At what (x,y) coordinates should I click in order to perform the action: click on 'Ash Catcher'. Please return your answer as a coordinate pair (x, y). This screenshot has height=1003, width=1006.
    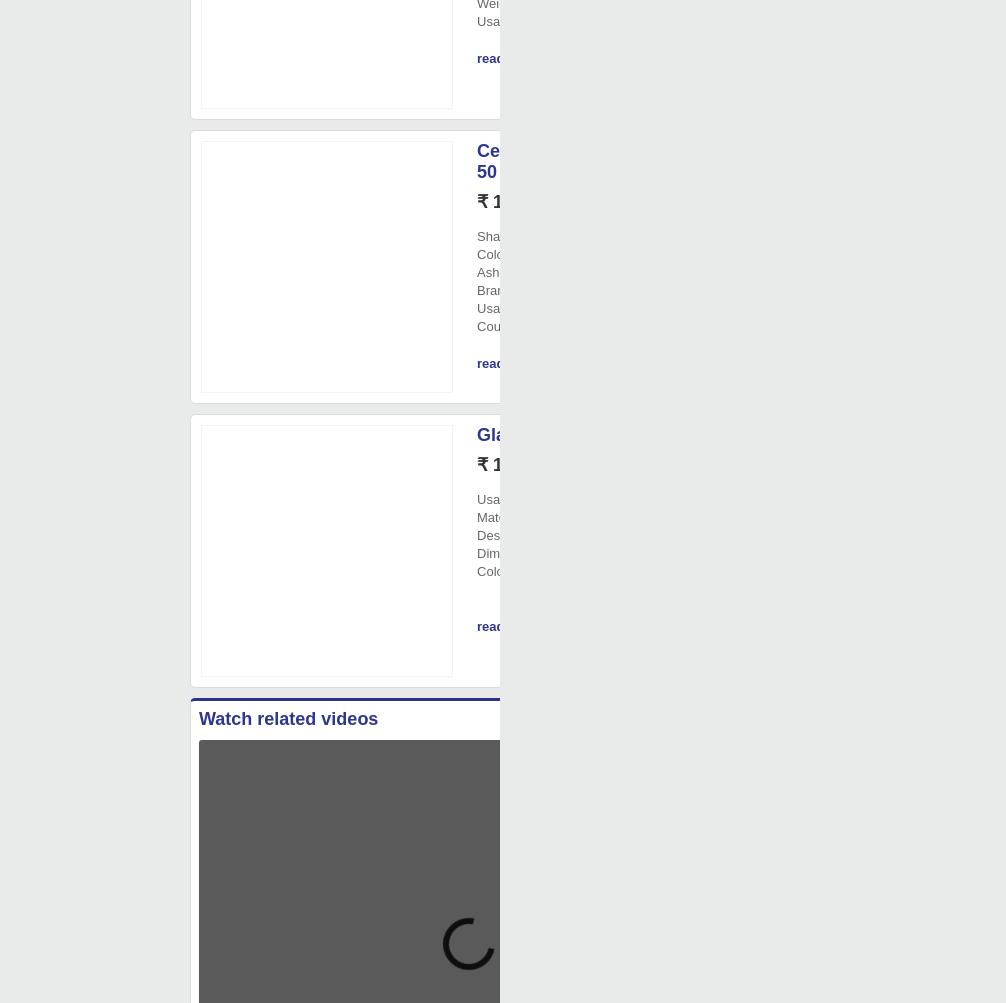
    Looking at the image, I should click on (512, 272).